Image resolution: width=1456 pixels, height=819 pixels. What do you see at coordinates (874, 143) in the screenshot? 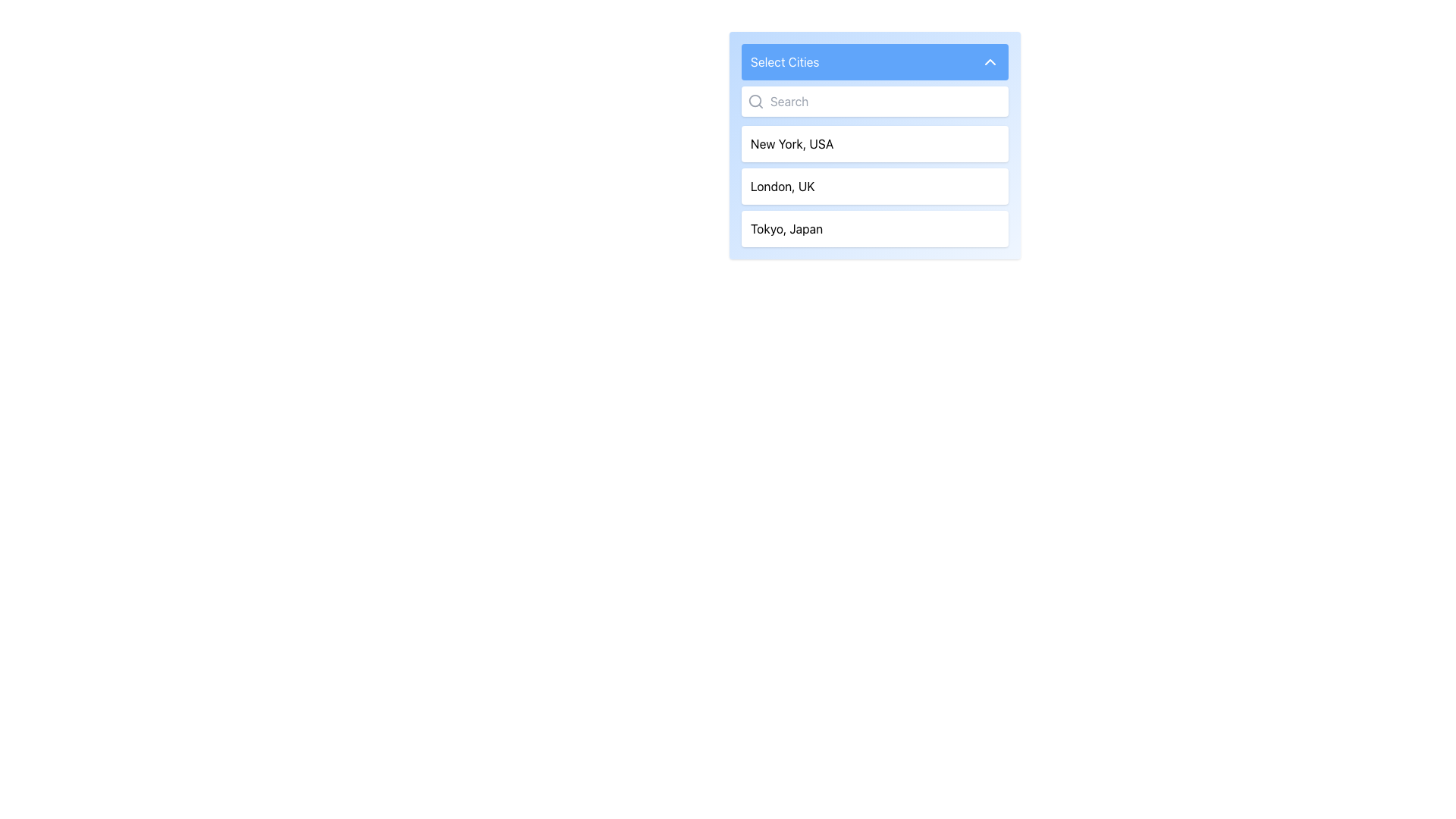
I see `to select the first item in the dropdown menu labeled 'New York, USA', which is a rectangular clickable item with a light background and rounded corners` at bounding box center [874, 143].